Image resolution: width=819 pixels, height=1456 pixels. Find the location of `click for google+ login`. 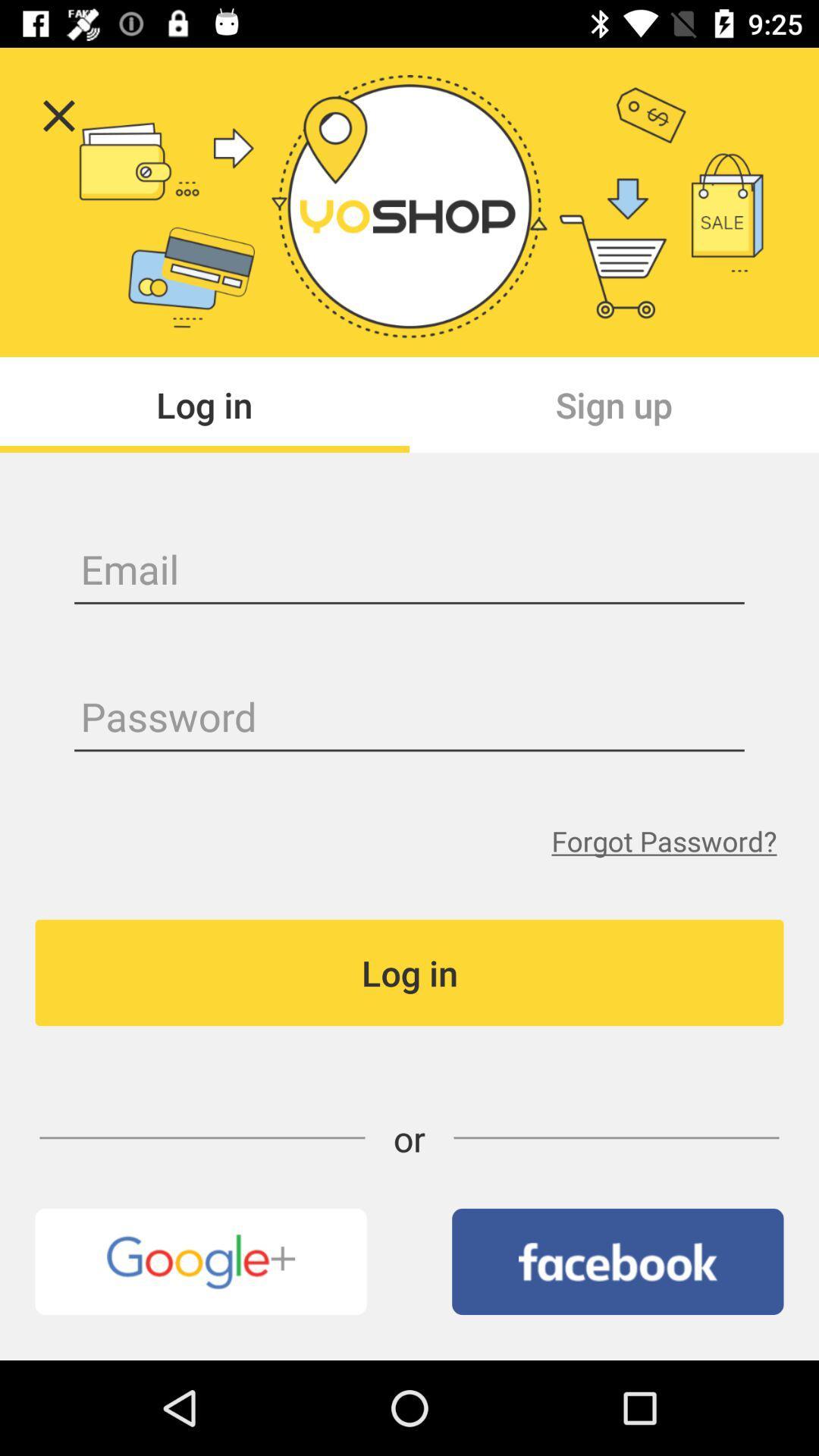

click for google+ login is located at coordinates (200, 1261).